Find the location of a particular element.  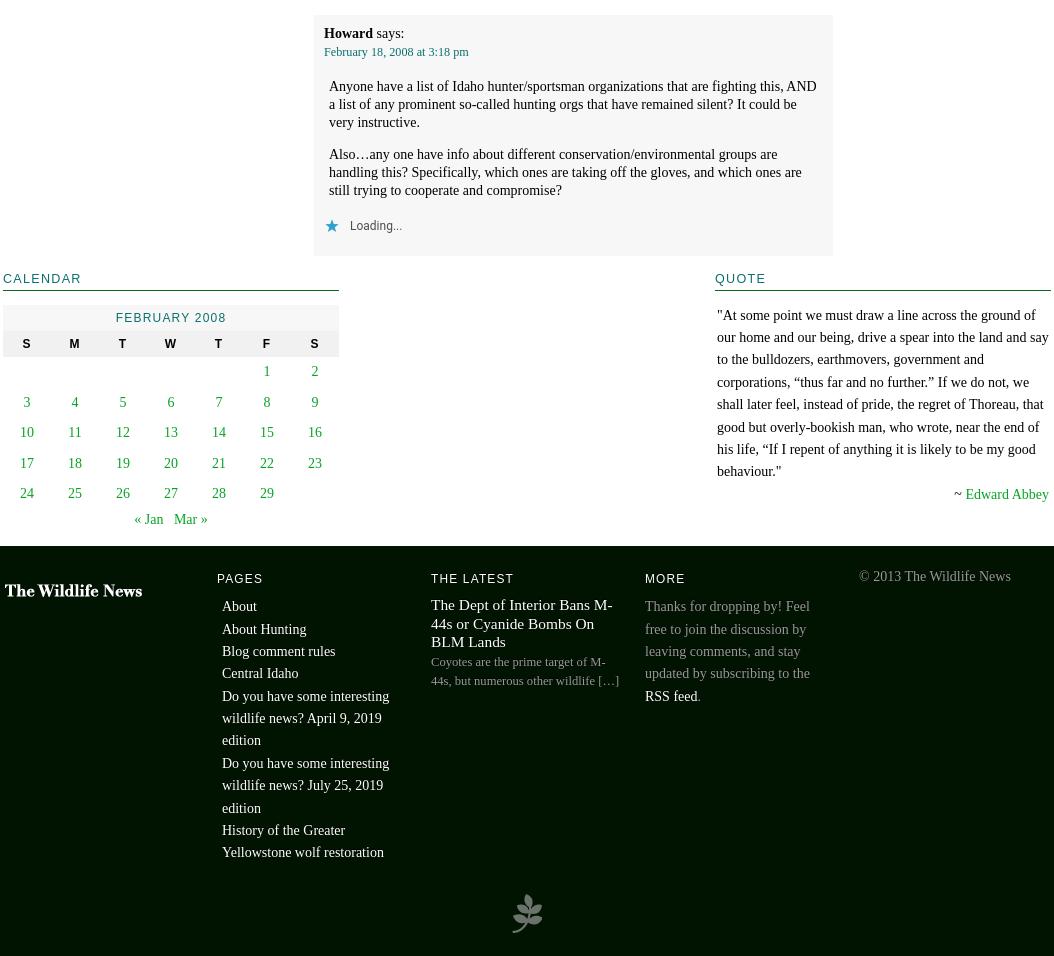

'‎"At some point we must draw a line across the ground of our home and our being, drive a spear into the land and say to the bulldozers, earthmovers, government and corporations, “thus far and no further.” If we do not, we shall later feel, instead of pride, the regret of Thoreau, that good but overly-bookish man, who wrote, near the end of his life, “If I repent of anything it is likely to be my good behaviour."' is located at coordinates (882, 393).